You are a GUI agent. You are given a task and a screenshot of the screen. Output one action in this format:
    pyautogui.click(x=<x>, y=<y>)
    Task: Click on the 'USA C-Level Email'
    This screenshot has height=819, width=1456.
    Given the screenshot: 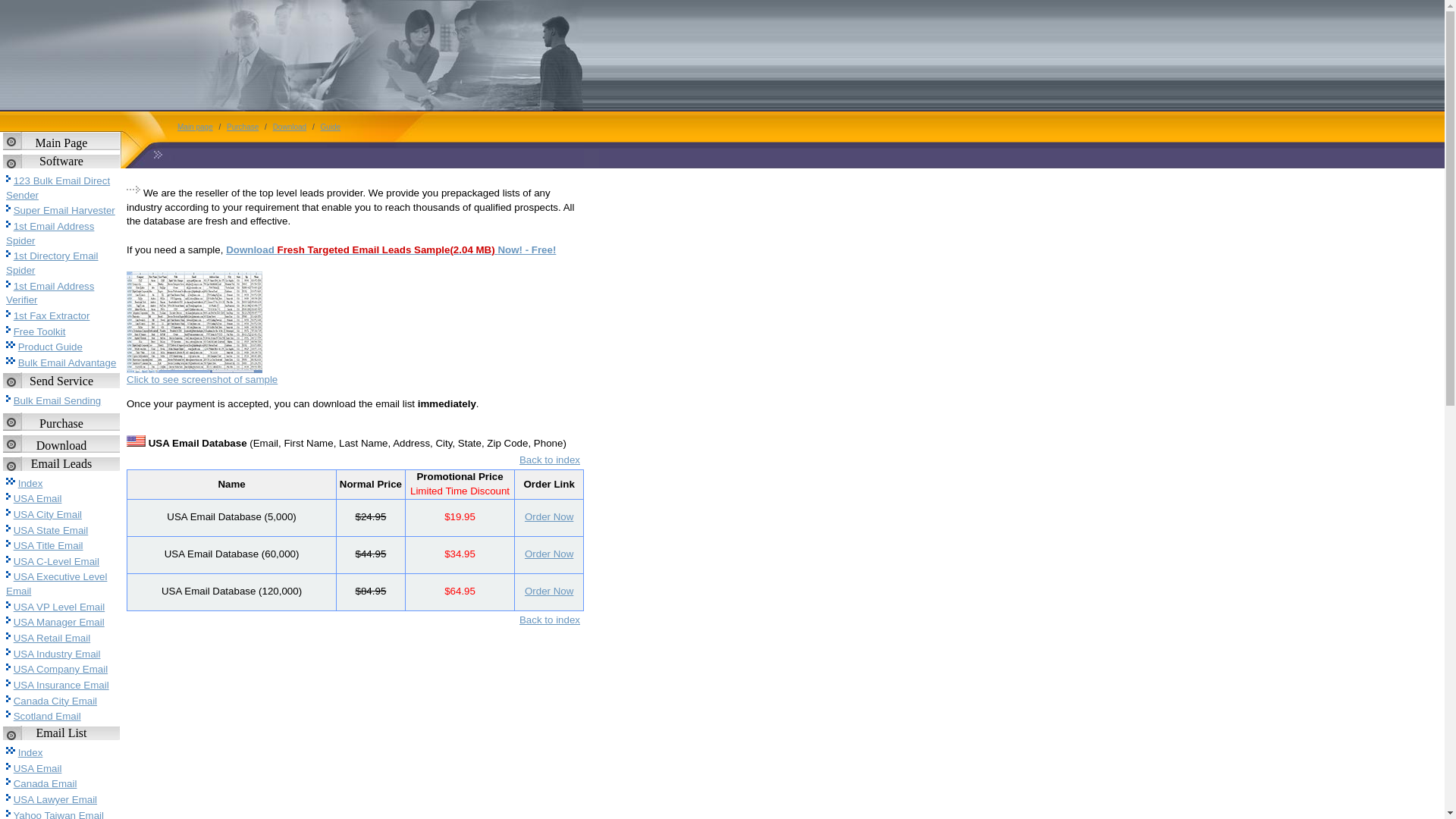 What is the action you would take?
    pyautogui.click(x=56, y=561)
    